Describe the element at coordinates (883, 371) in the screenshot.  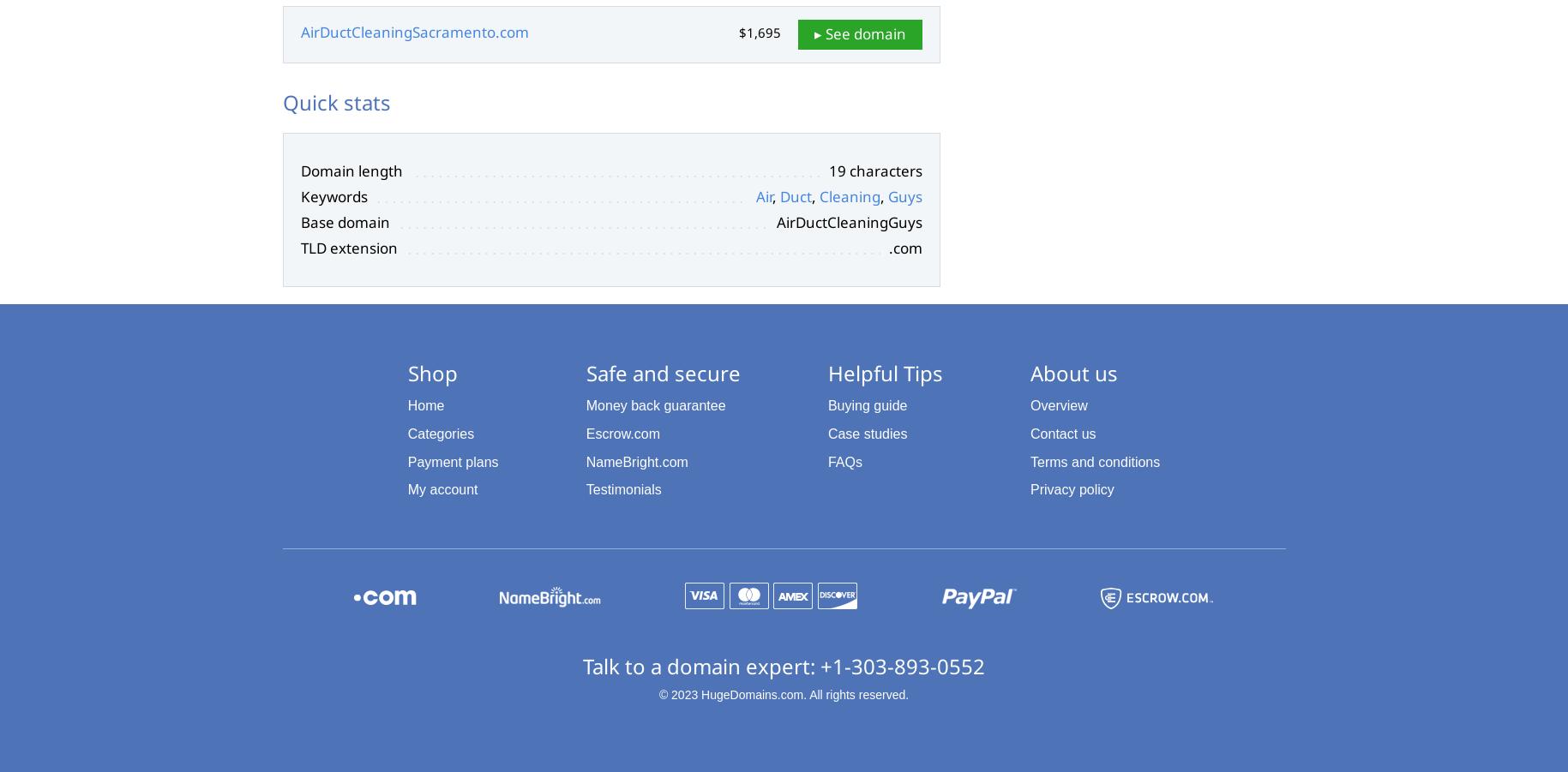
I see `'Helpful Tips'` at that location.